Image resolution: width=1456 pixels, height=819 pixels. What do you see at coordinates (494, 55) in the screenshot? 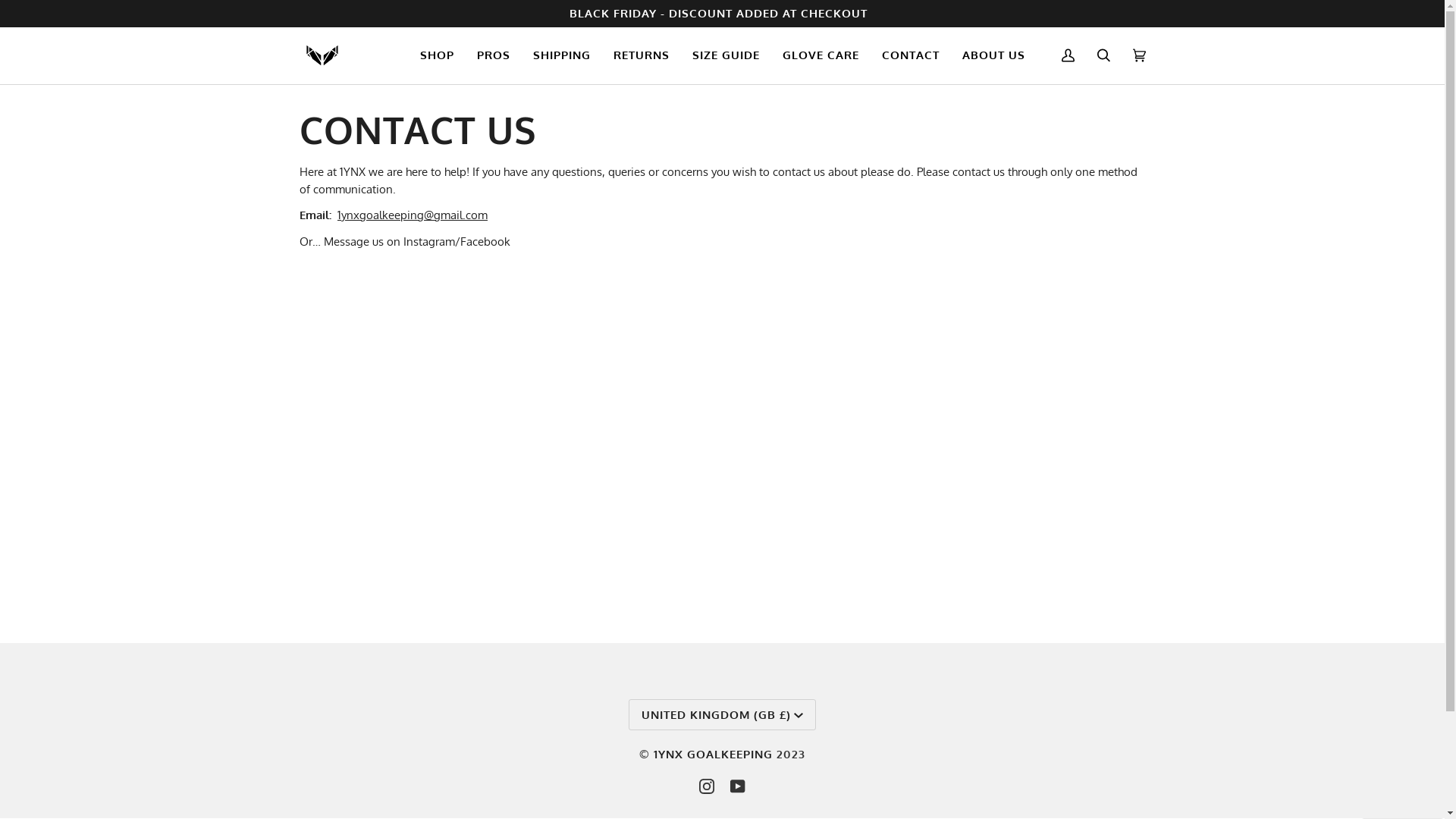
I see `'PROS'` at bounding box center [494, 55].